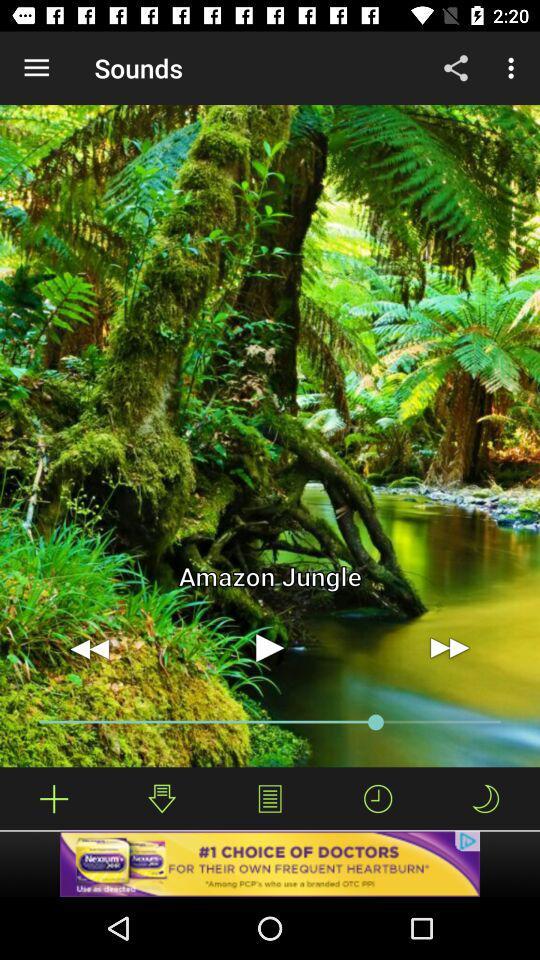 Image resolution: width=540 pixels, height=960 pixels. Describe the element at coordinates (485, 798) in the screenshot. I see `night mode icon which is right to timer icon` at that location.